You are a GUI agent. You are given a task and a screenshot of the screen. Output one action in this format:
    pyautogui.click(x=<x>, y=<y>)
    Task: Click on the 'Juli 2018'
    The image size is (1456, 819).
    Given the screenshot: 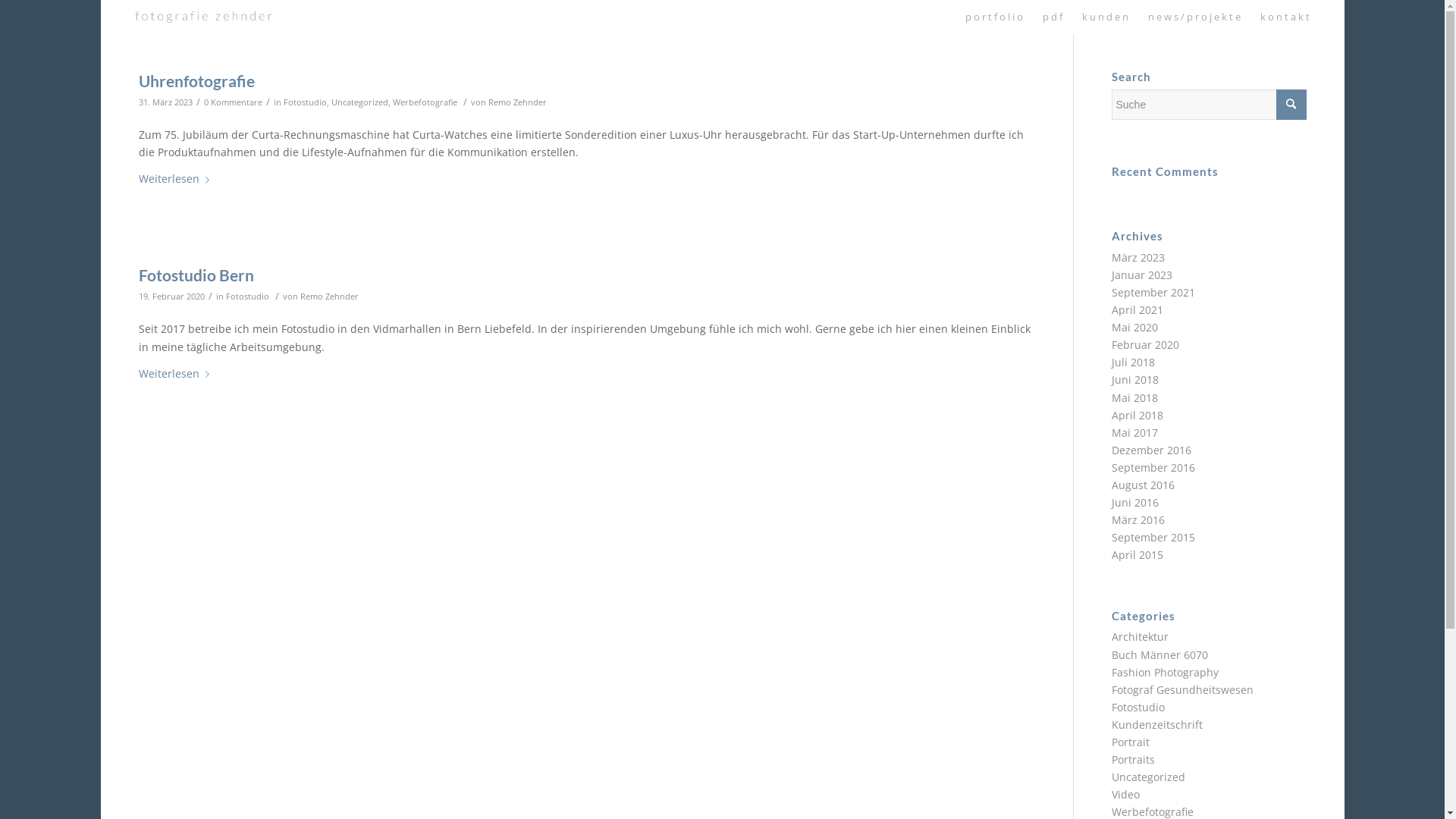 What is the action you would take?
    pyautogui.click(x=1133, y=362)
    